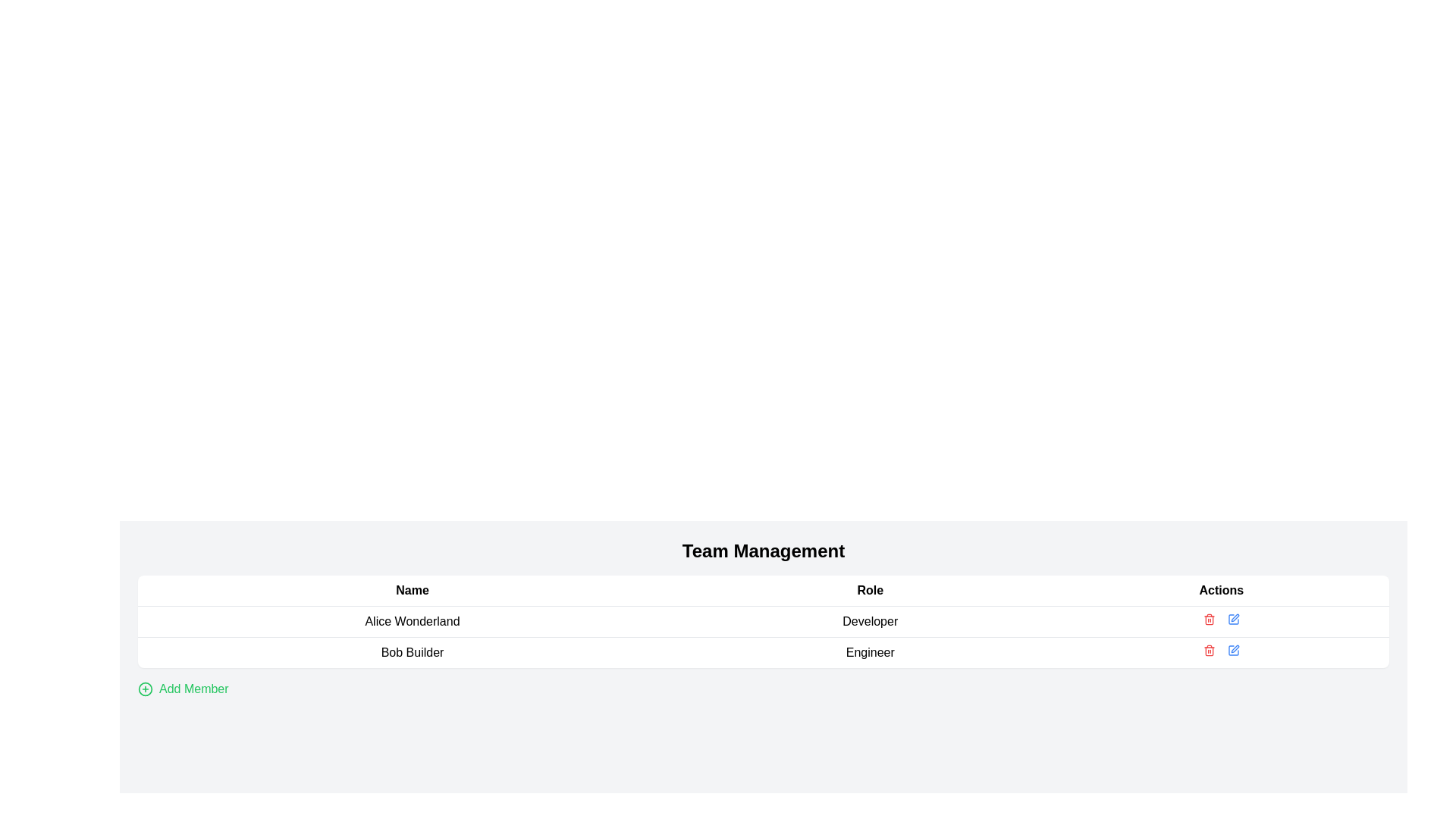 Image resolution: width=1456 pixels, height=819 pixels. Describe the element at coordinates (1208, 649) in the screenshot. I see `the delete button icon located in the 'Actions' column of the second row in the table` at that location.